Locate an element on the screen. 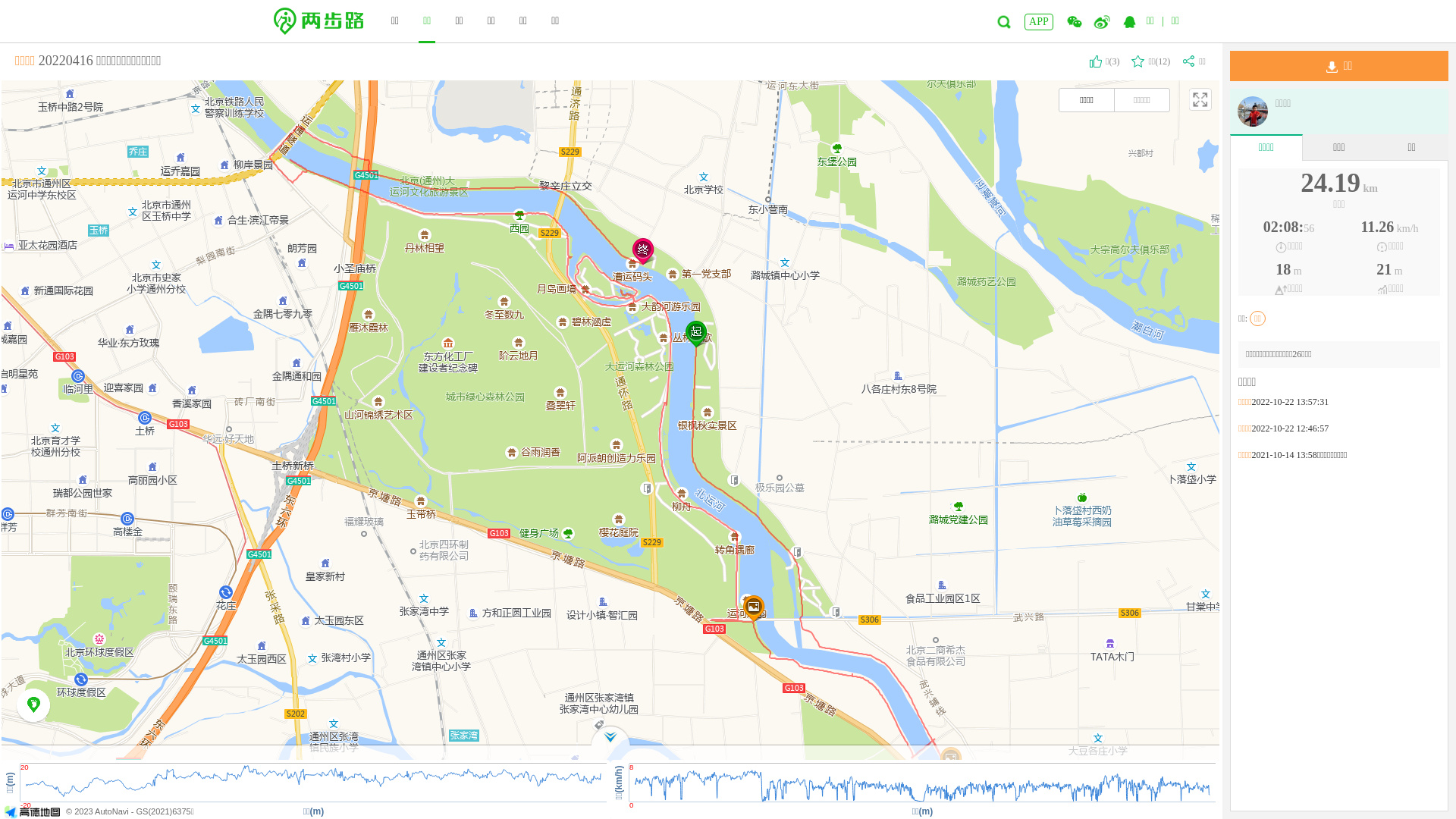 The width and height of the screenshot is (1456, 819). 'APP' is located at coordinates (1037, 22).